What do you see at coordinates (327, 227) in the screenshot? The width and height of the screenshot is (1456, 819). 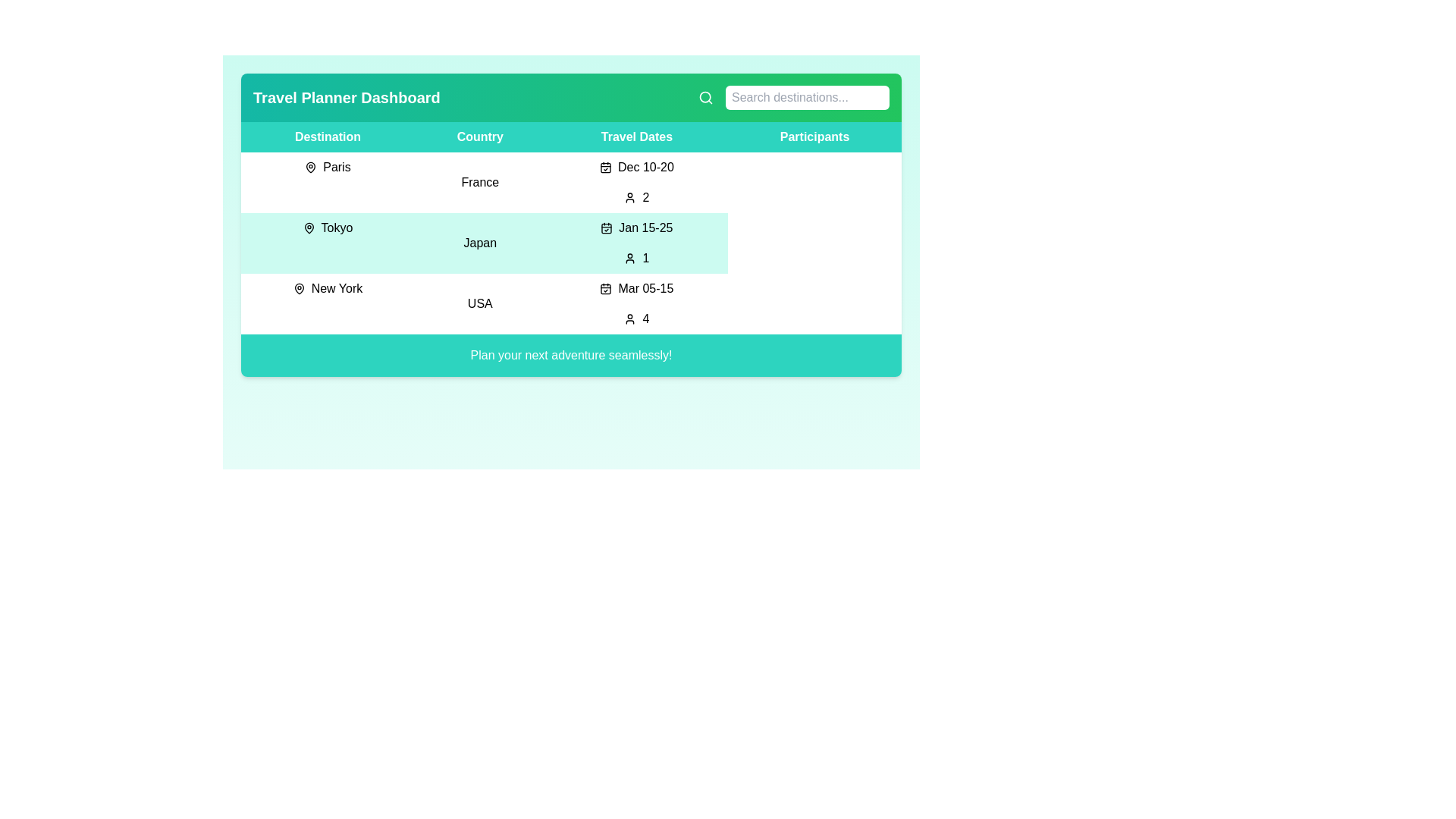 I see `the Label element displaying 'Tokyo', which is located in the second row under the 'Destination' column of the table, next to 'Japan' and above 'New York'` at bounding box center [327, 227].